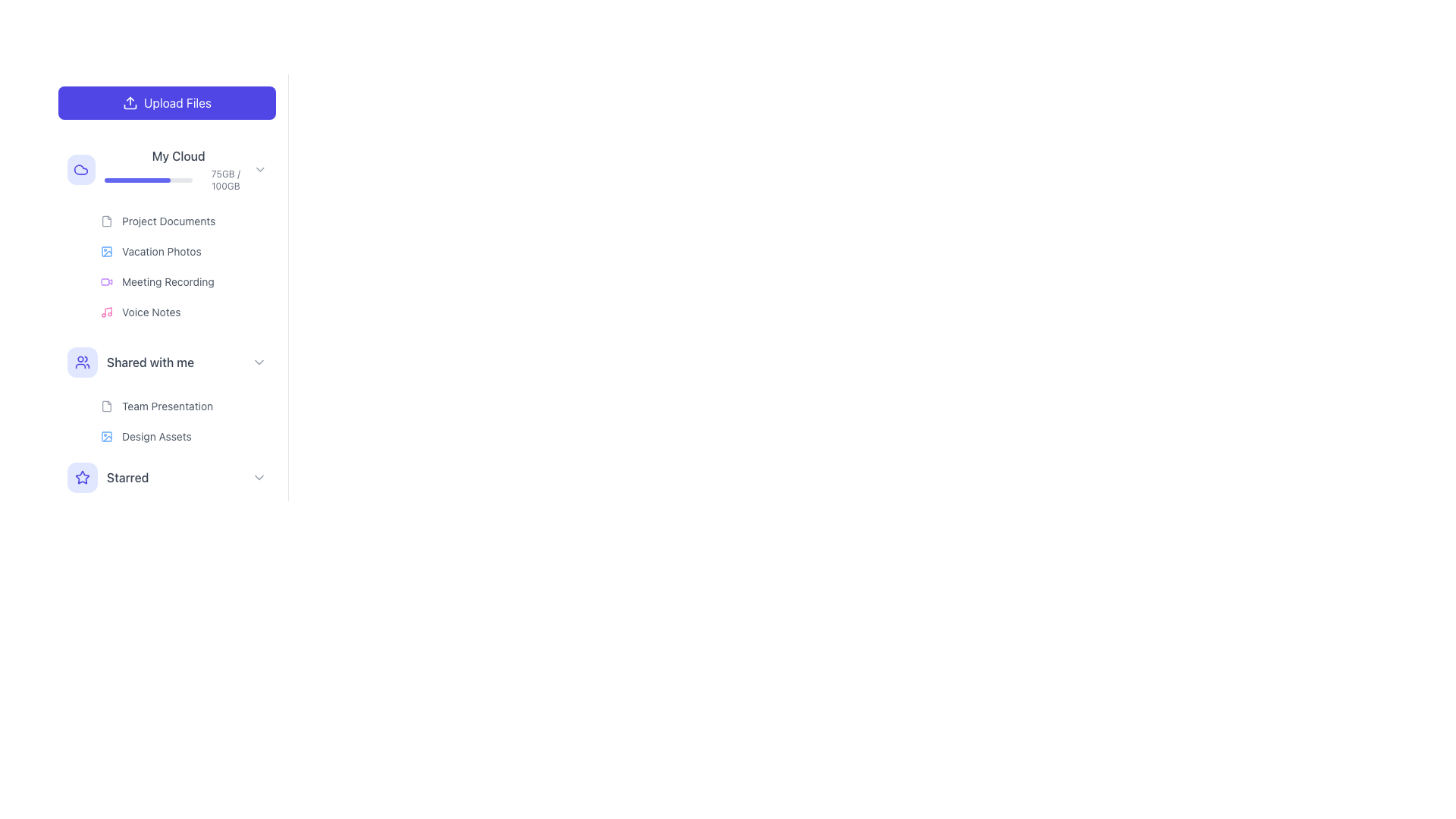  I want to click on the rounded rectangular button with a user icon, located to the left of the text 'Shared with me' in the vertical navigation menu, so click(82, 362).